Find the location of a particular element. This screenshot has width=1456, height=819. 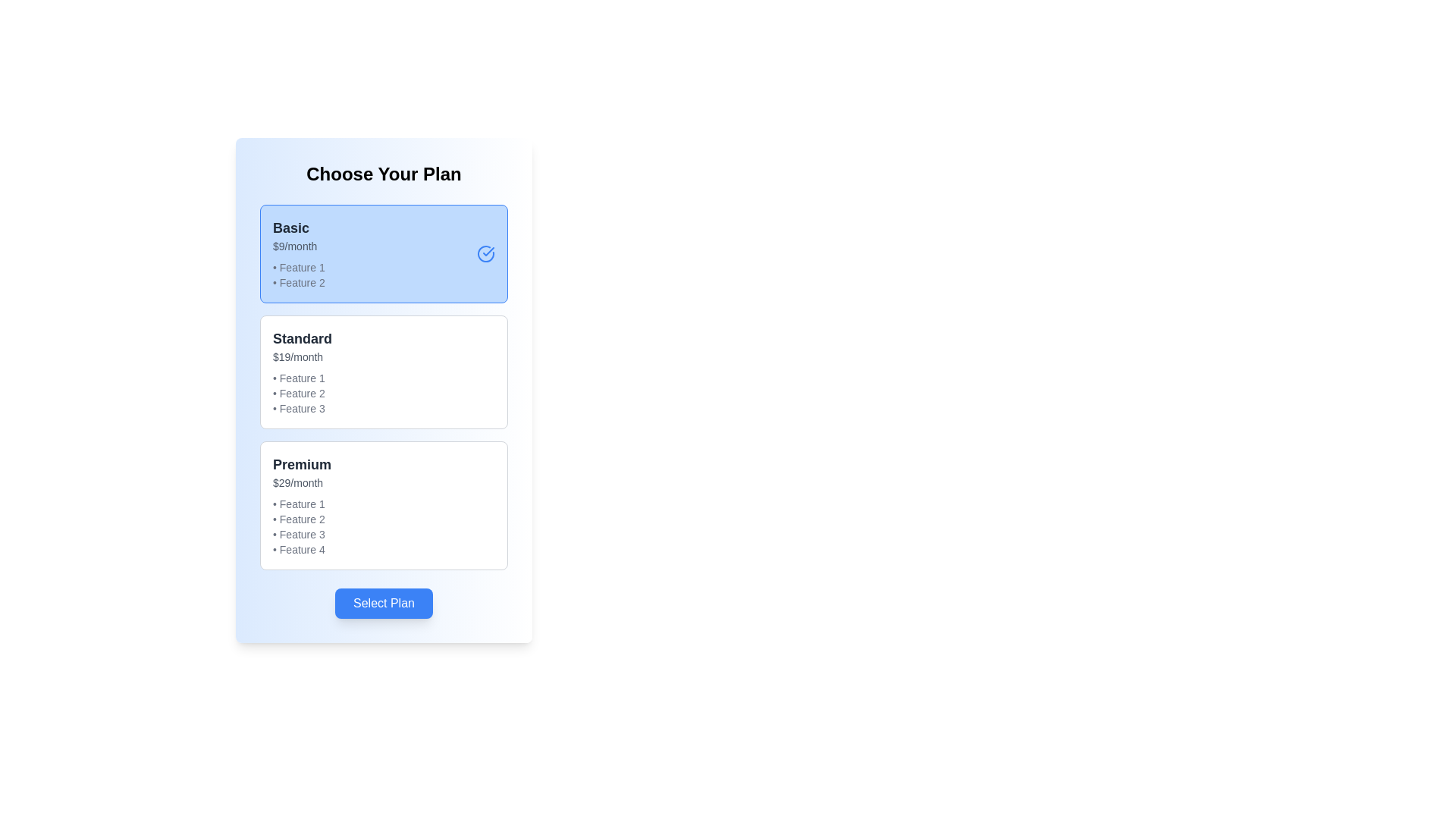

the 'Standard' pricing plan text block, which contains the title 'Standard', pricing information '$19/month', and a list of features arranged vertically is located at coordinates (302, 372).